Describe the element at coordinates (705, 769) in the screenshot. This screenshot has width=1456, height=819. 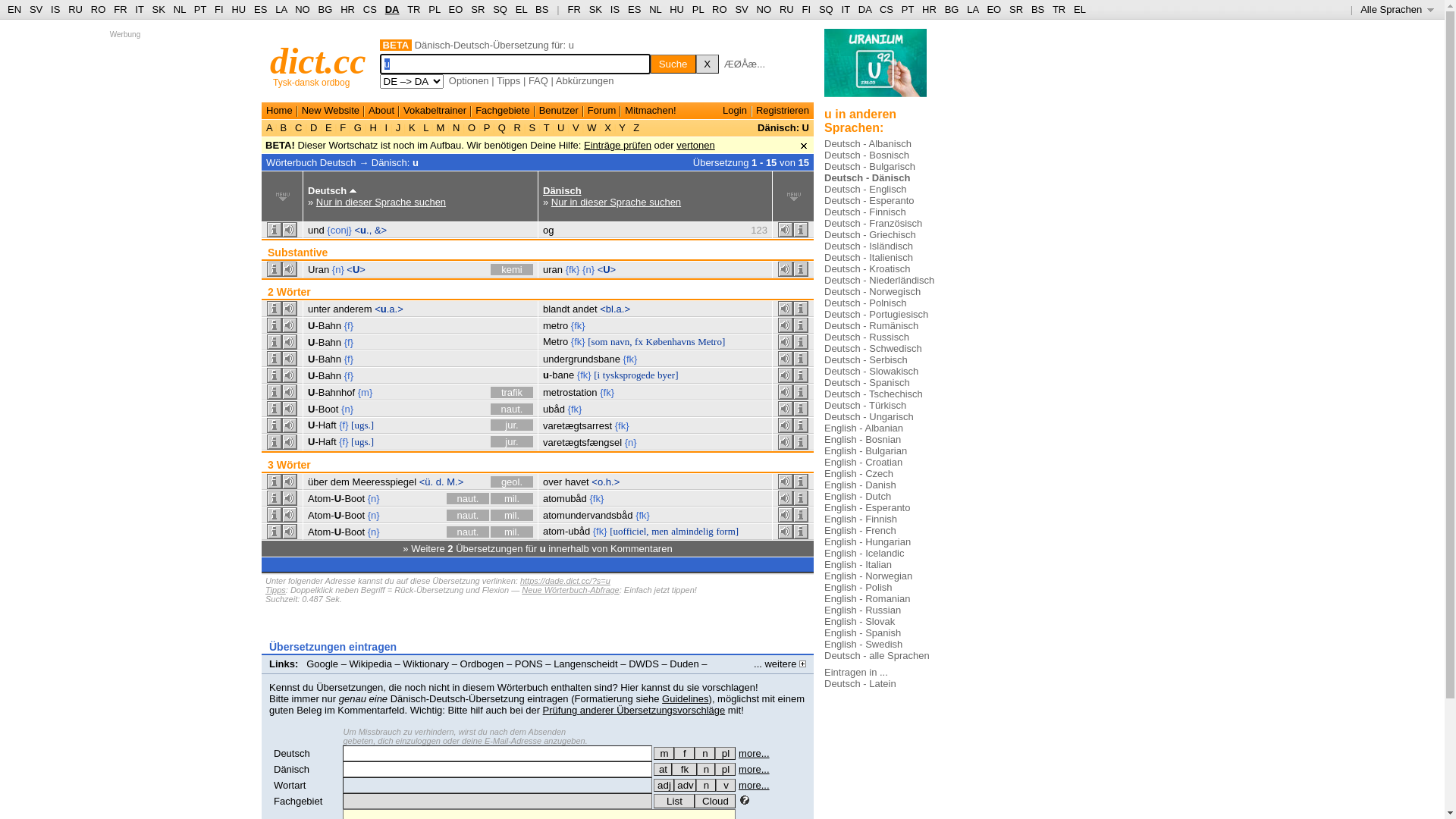
I see `'n'` at that location.